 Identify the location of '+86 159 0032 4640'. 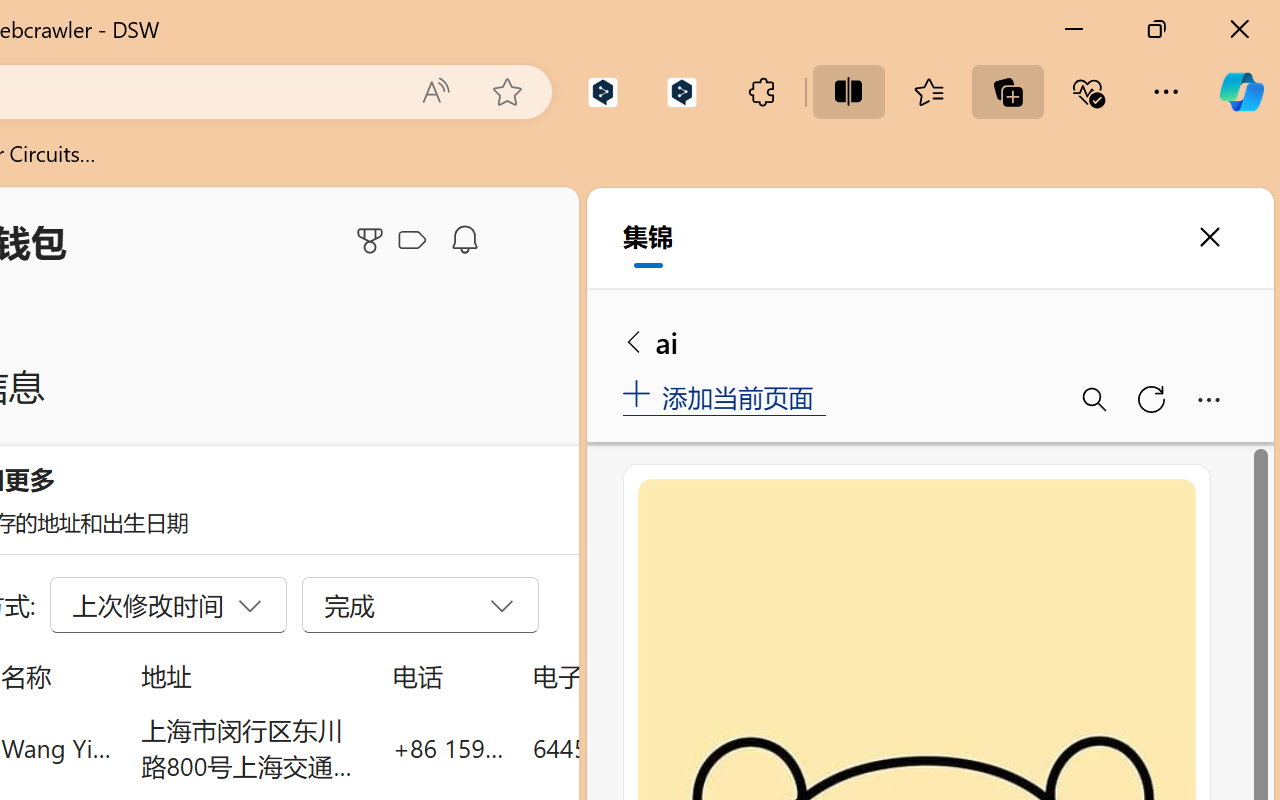
(447, 747).